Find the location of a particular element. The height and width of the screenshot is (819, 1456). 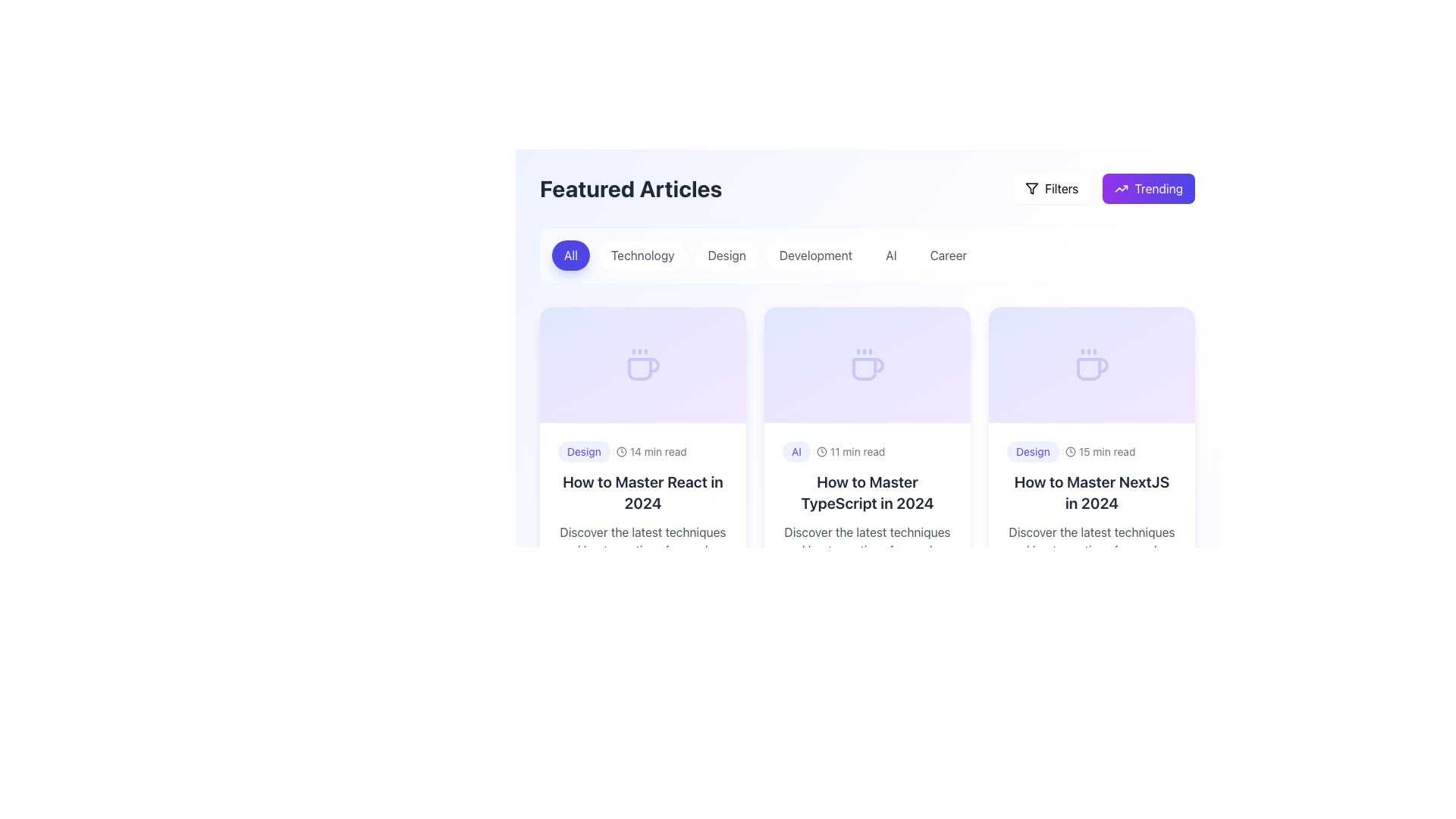

the main title text label of the first article card in the 'Featured Articles' section, which is positioned below the 'Design' category label and above the summary text is located at coordinates (643, 493).